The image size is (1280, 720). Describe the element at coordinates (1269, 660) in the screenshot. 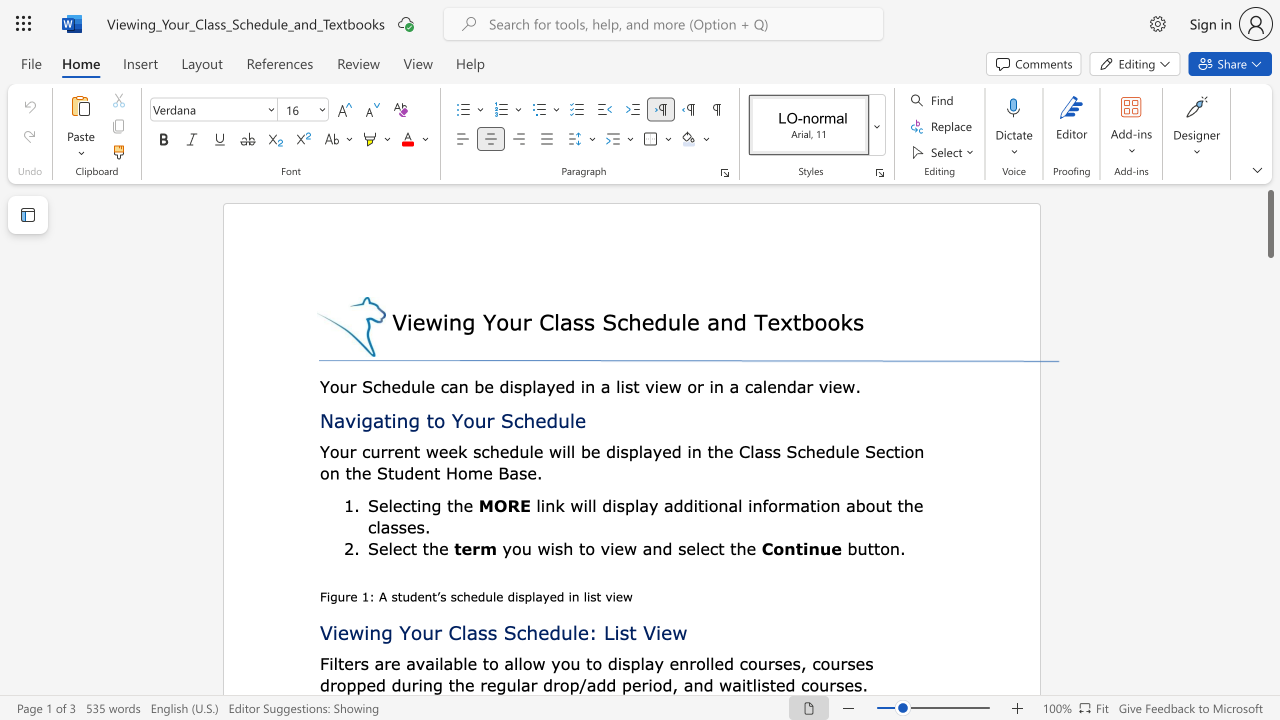

I see `the scrollbar to scroll downward` at that location.